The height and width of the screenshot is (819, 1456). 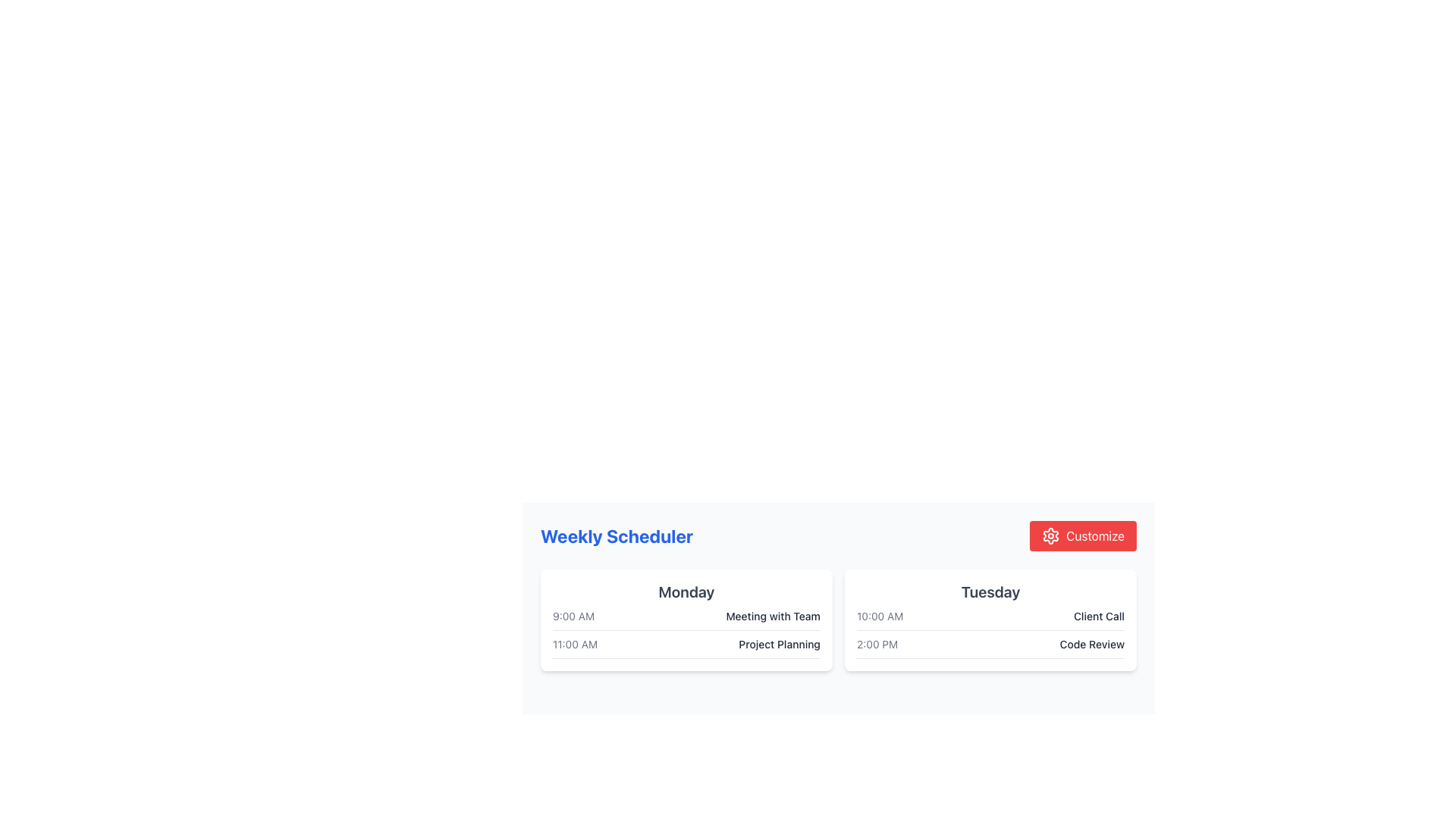 I want to click on the text label indicating the starting time of an event in the Monday section of the weekly planner, so click(x=574, y=644).